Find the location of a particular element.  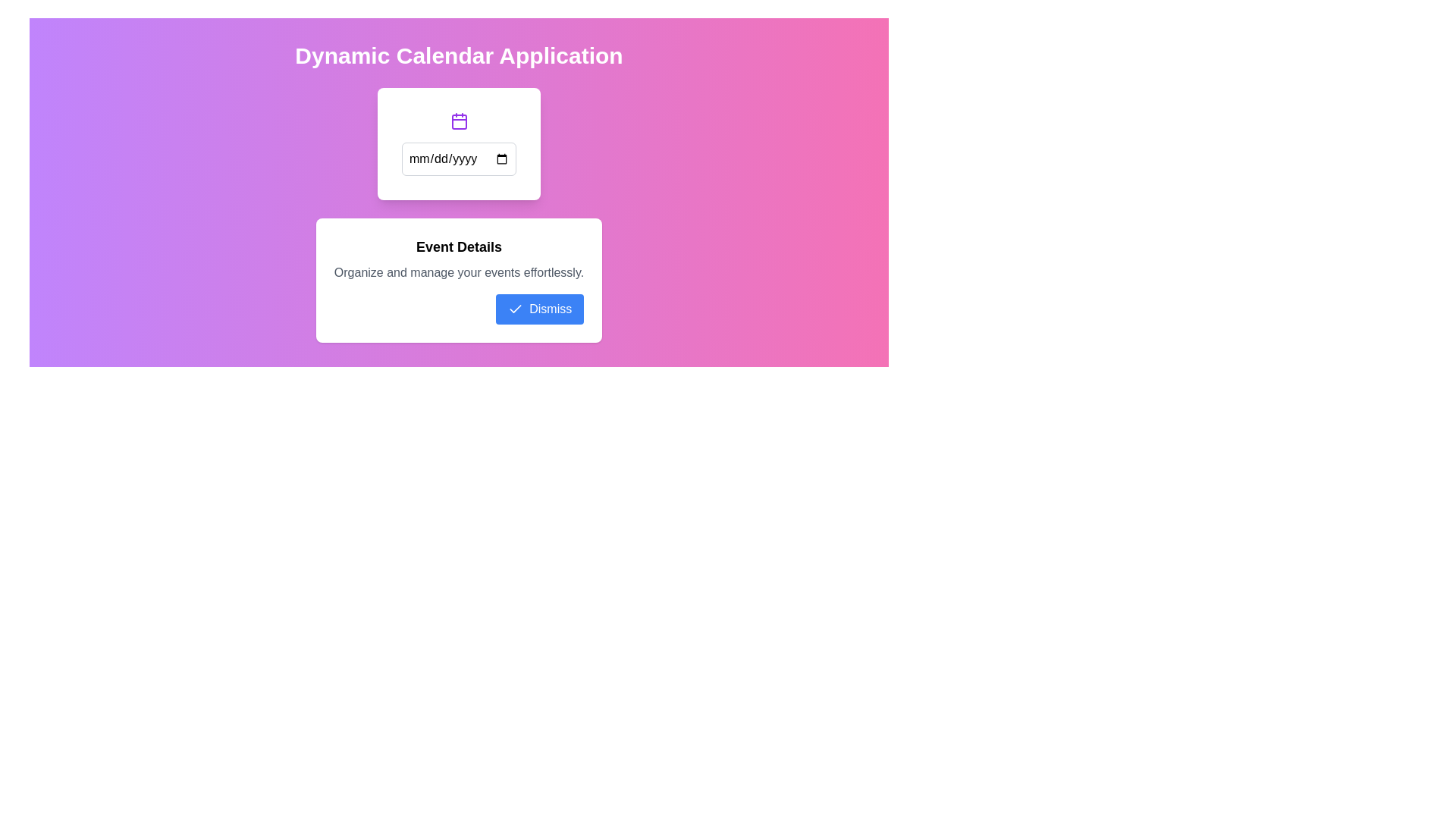

the Date Selector Component is located at coordinates (458, 143).